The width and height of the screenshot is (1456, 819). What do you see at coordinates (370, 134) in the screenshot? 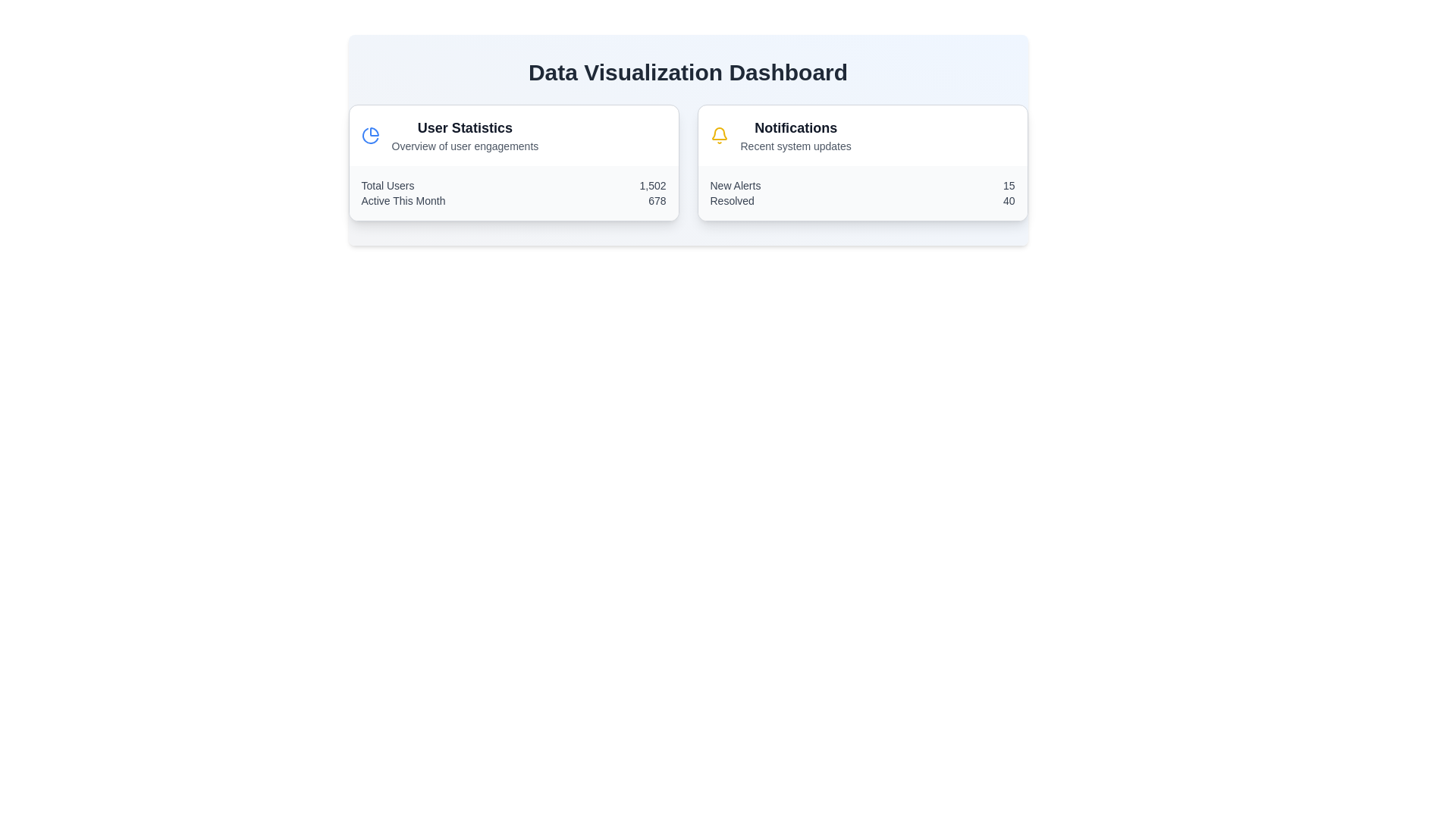
I see `the icon for User Statistics to trigger its functionality` at bounding box center [370, 134].